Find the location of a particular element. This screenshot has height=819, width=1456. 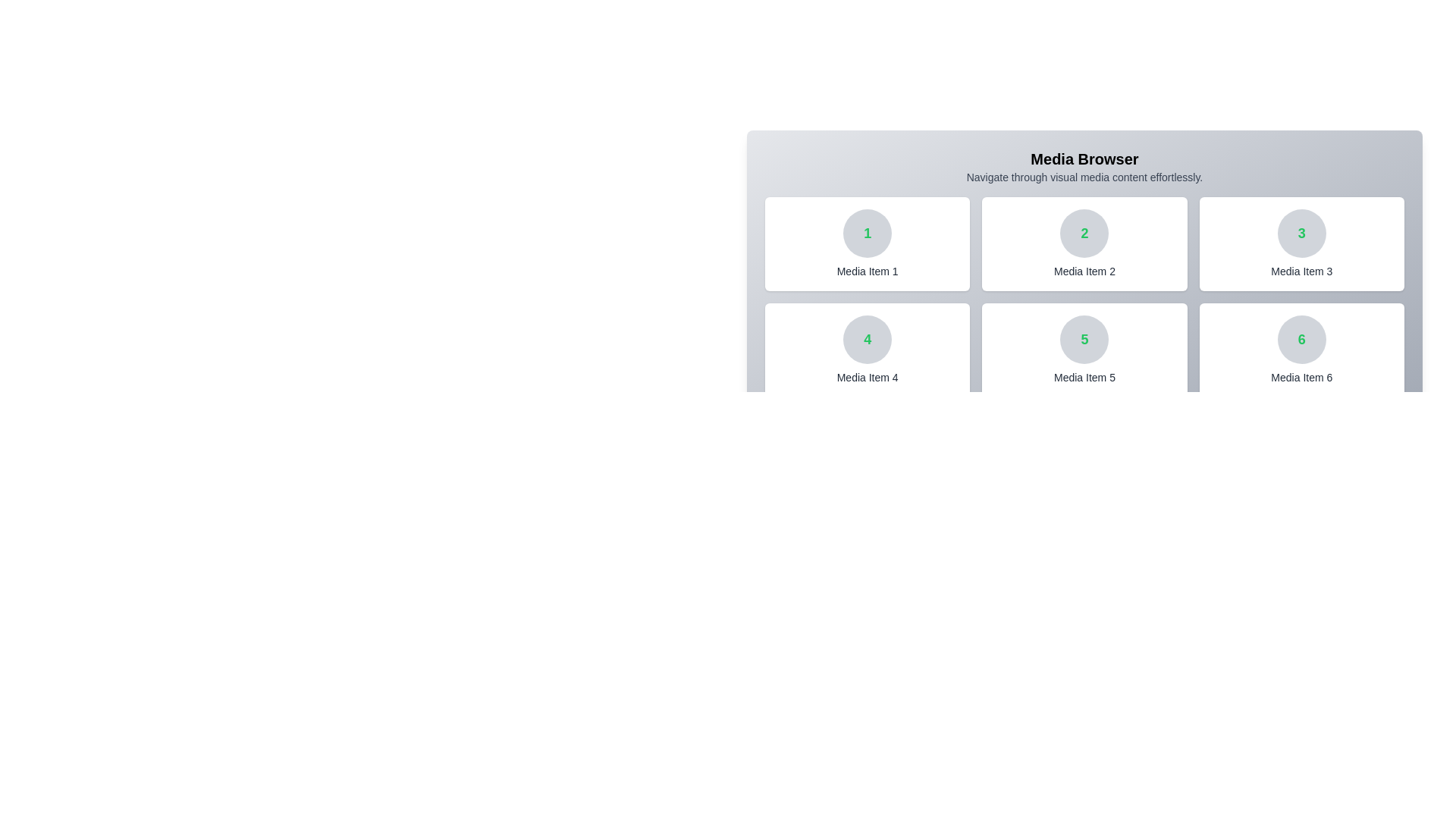

descriptive subtitle text located directly below the 'Media Browser' title, which provides a brief explanation related to the 'Media Browser' is located at coordinates (1084, 177).